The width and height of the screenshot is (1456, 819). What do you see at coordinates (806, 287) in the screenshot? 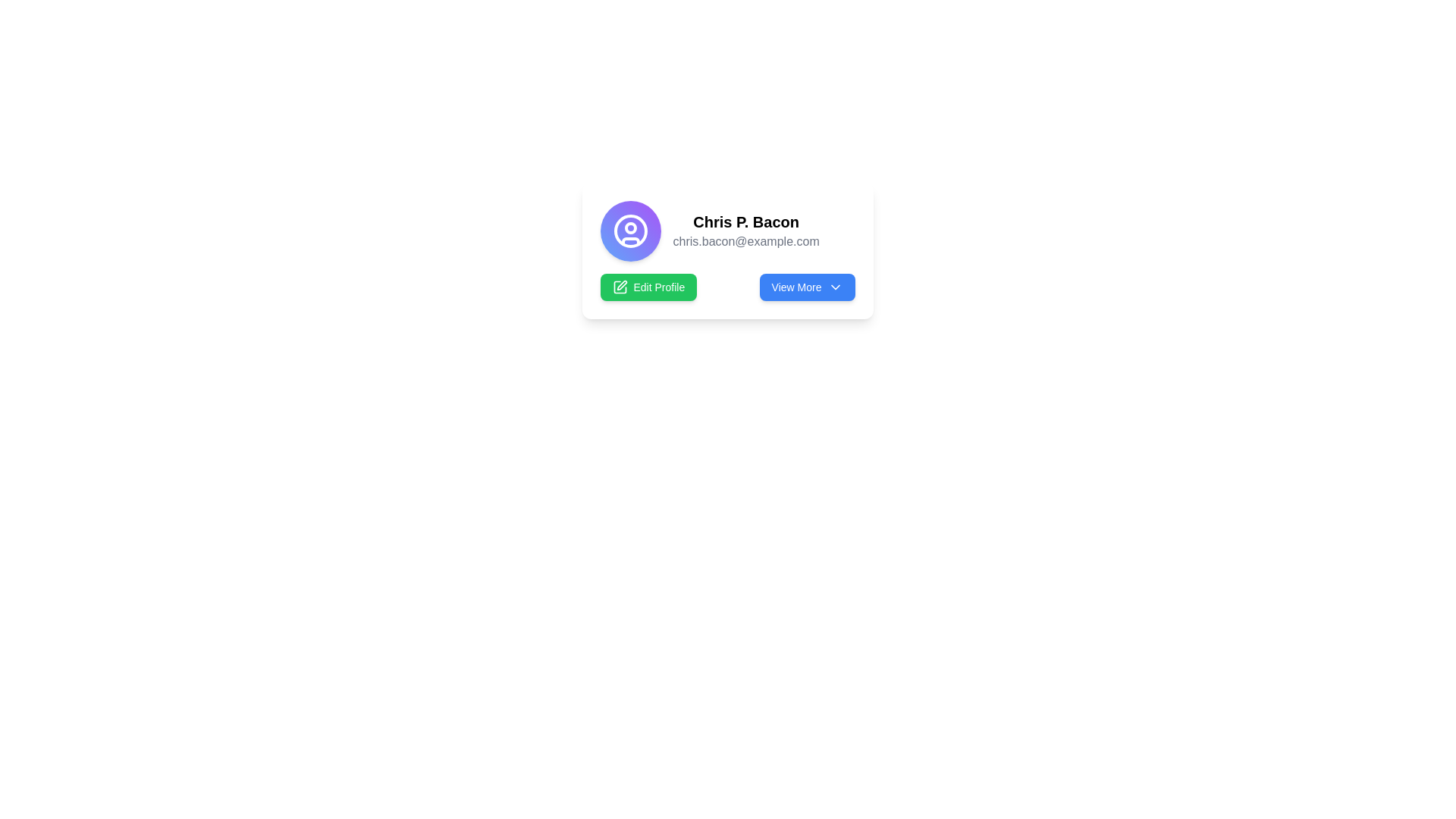
I see `the 'View More' button, which is a rectangular button with rounded corners, blue background, and white text` at bounding box center [806, 287].